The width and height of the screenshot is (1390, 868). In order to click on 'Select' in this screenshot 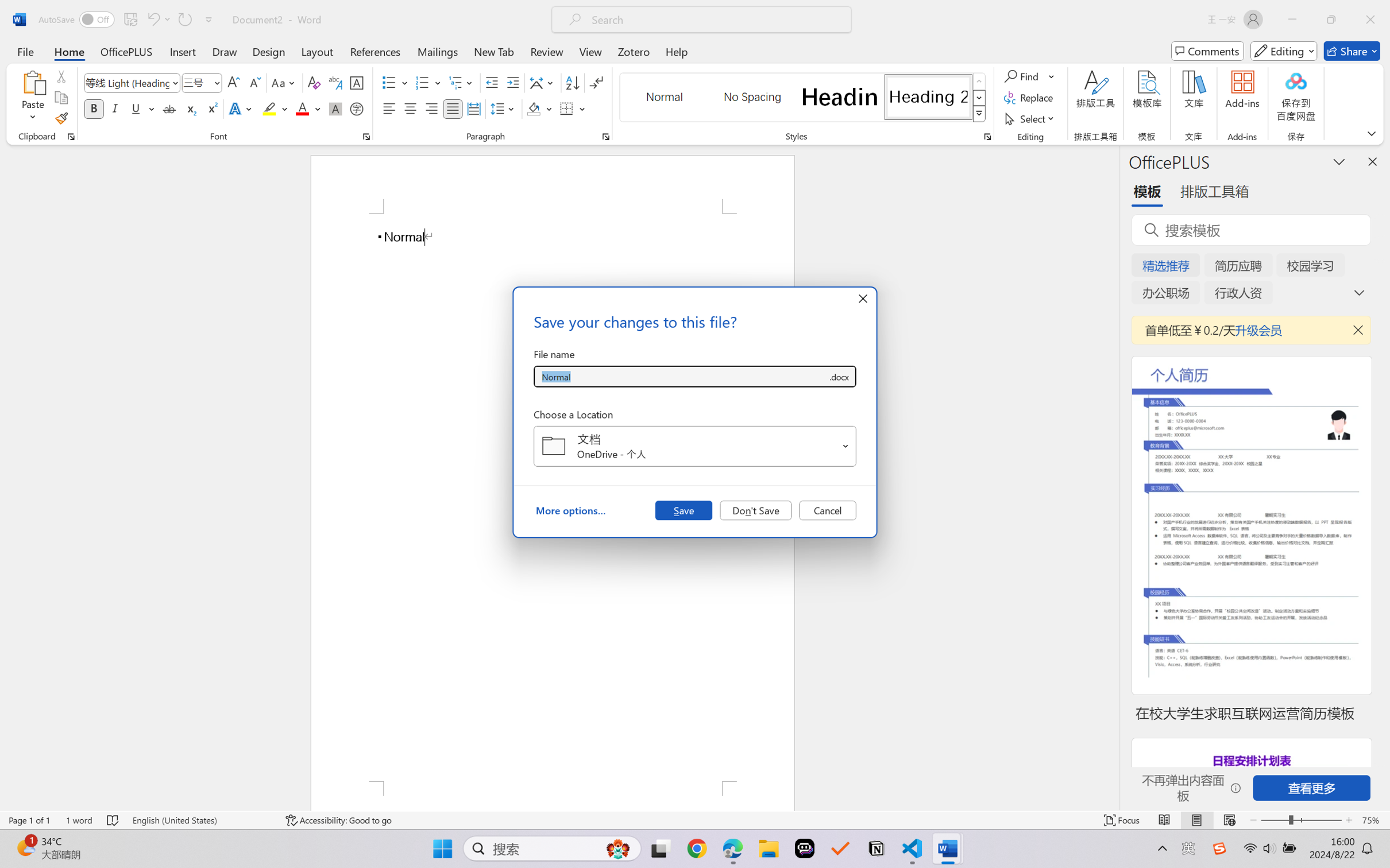, I will do `click(1031, 119)`.